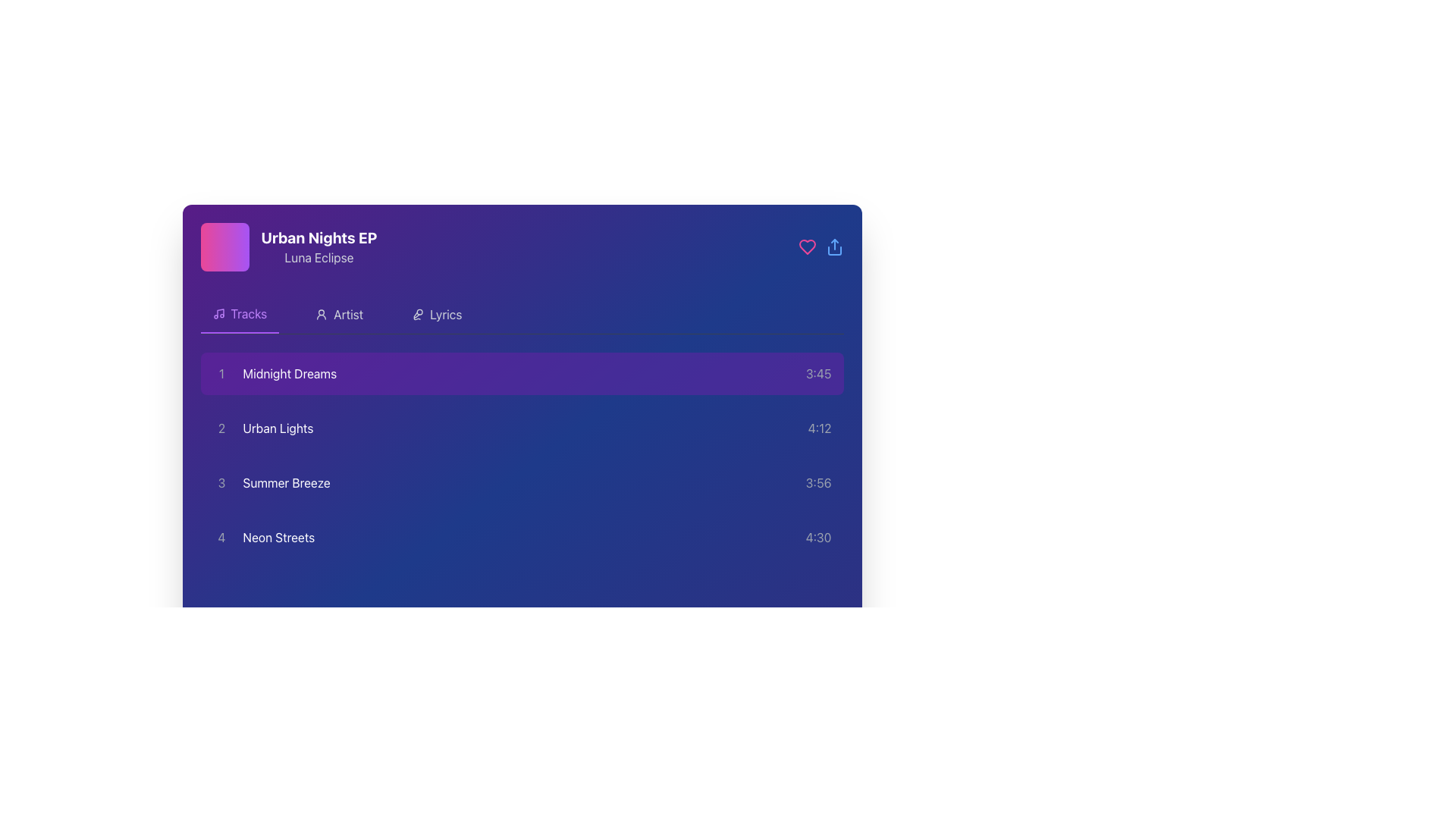 This screenshot has width=1456, height=819. Describe the element at coordinates (522, 428) in the screenshot. I see `the second Button-like list item displaying '2 Urban Lights 4:12'` at that location.